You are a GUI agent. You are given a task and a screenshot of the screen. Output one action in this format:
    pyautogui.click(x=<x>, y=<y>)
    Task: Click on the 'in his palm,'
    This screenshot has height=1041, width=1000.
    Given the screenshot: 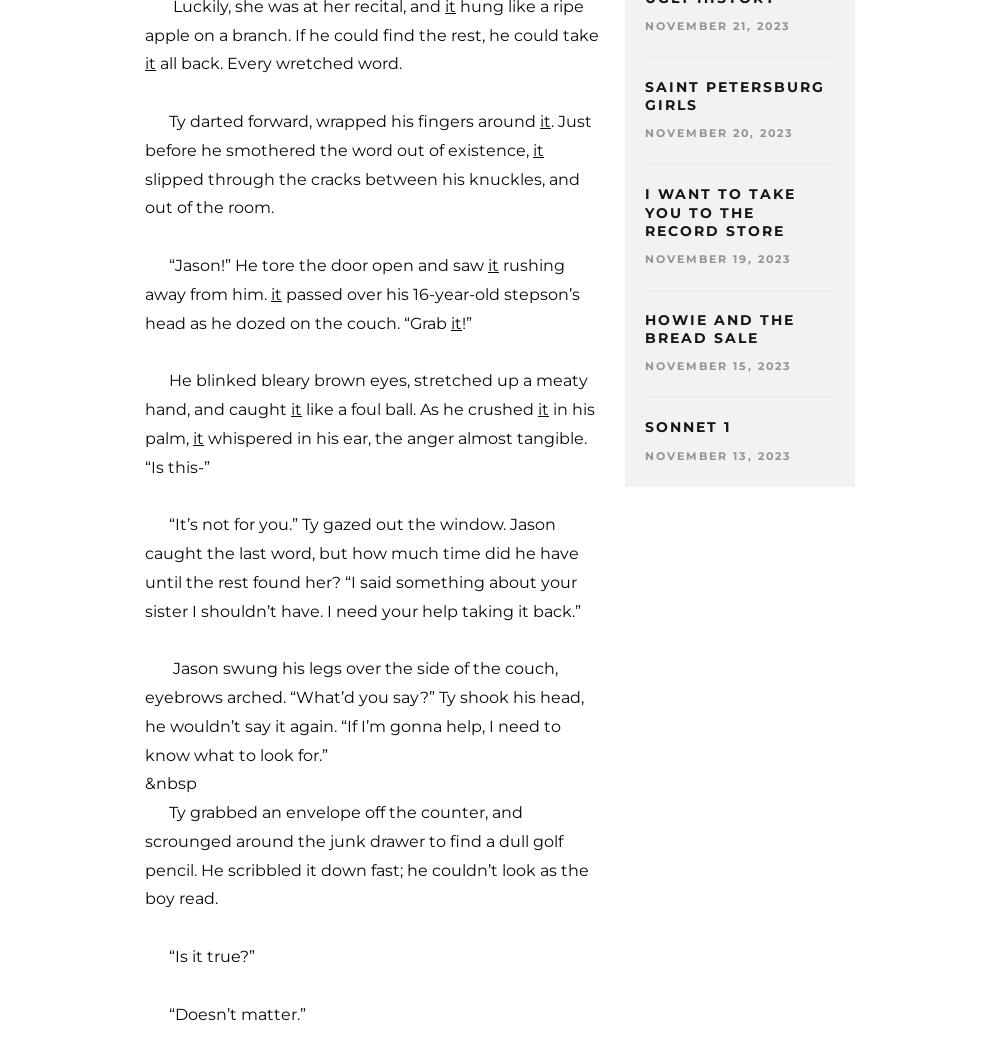 What is the action you would take?
    pyautogui.click(x=369, y=421)
    